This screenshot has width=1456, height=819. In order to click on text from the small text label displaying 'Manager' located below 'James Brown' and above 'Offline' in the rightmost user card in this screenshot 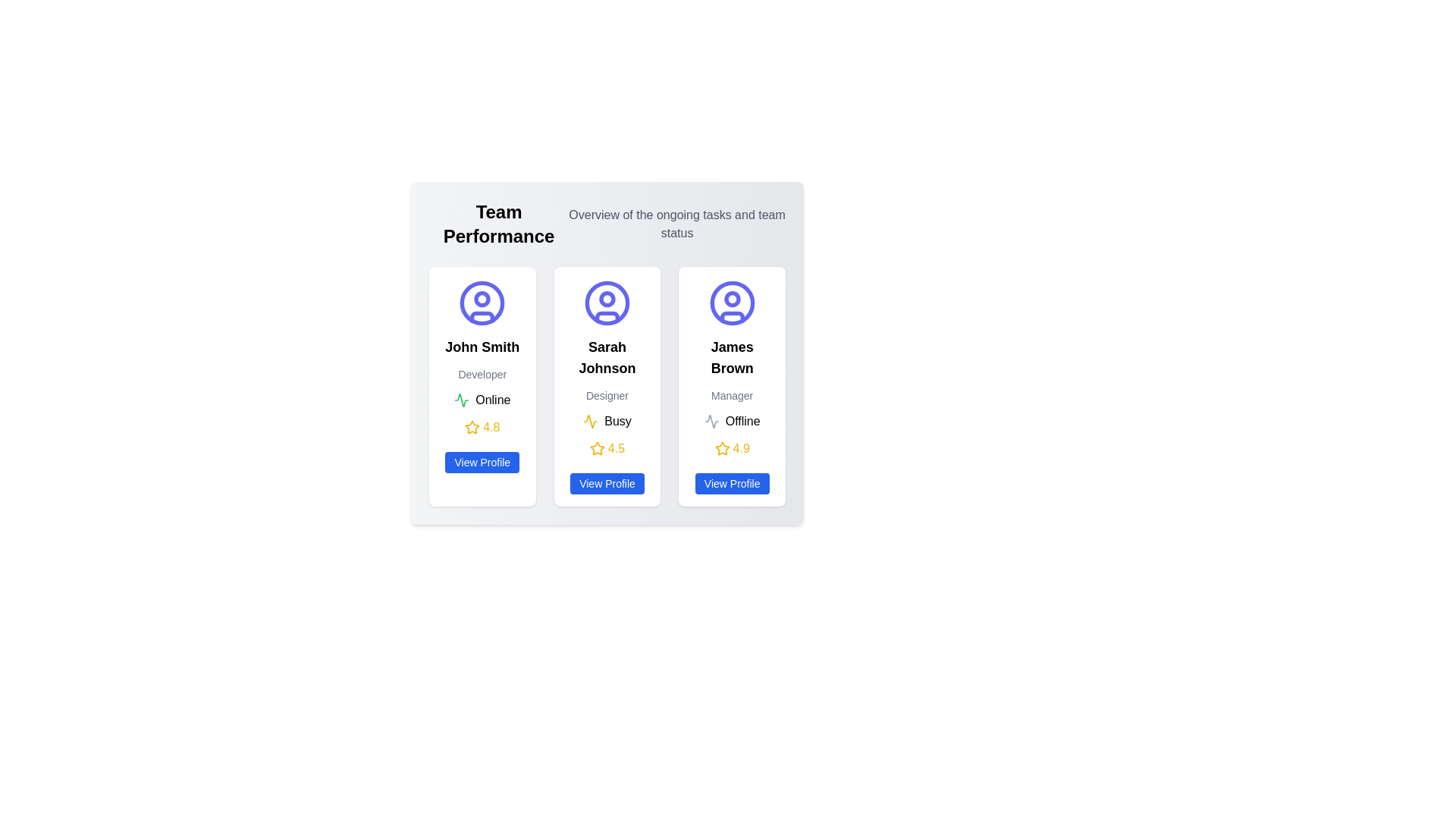, I will do `click(732, 394)`.